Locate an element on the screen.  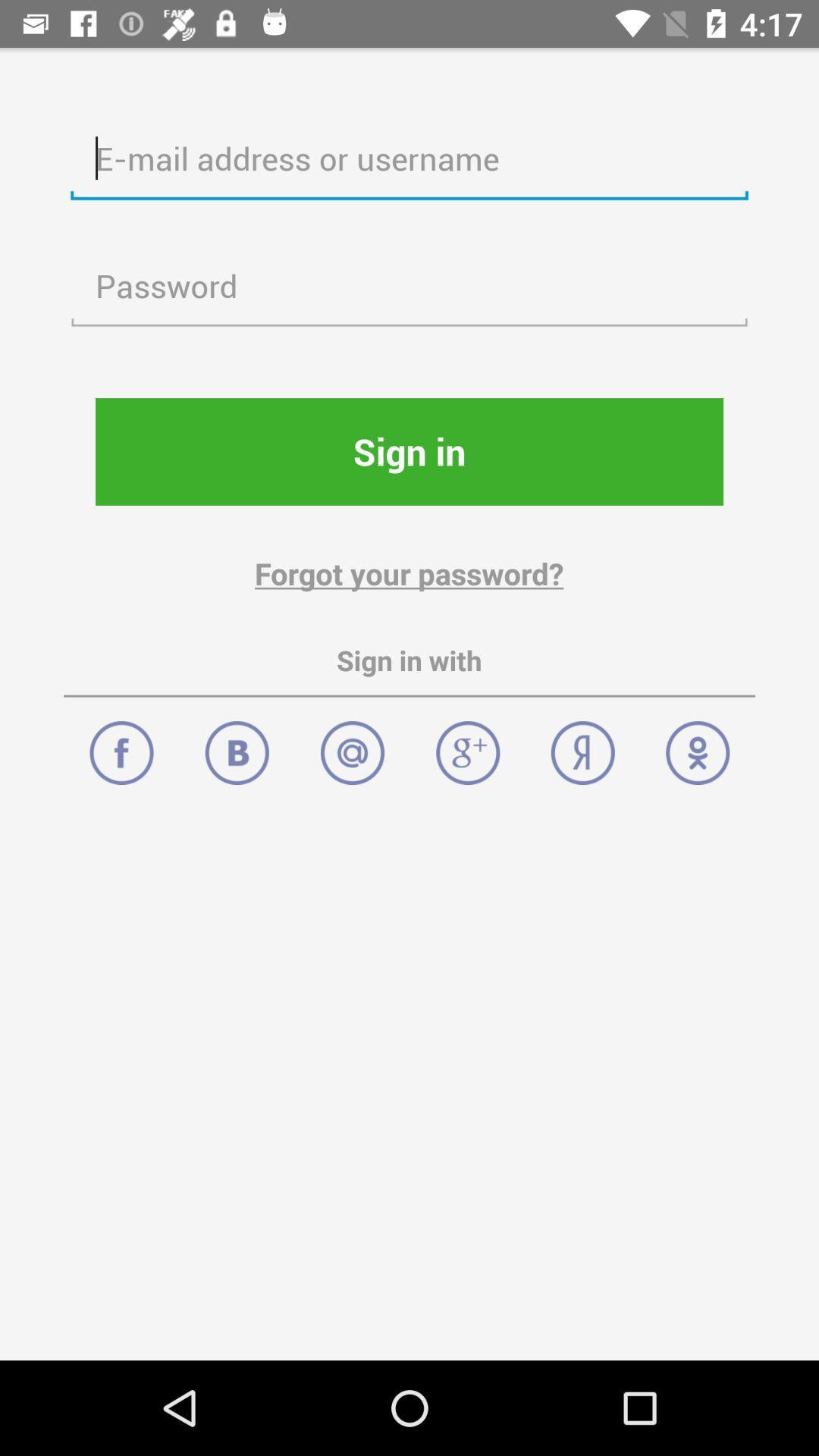
second option from right in the bottom is located at coordinates (582, 745).